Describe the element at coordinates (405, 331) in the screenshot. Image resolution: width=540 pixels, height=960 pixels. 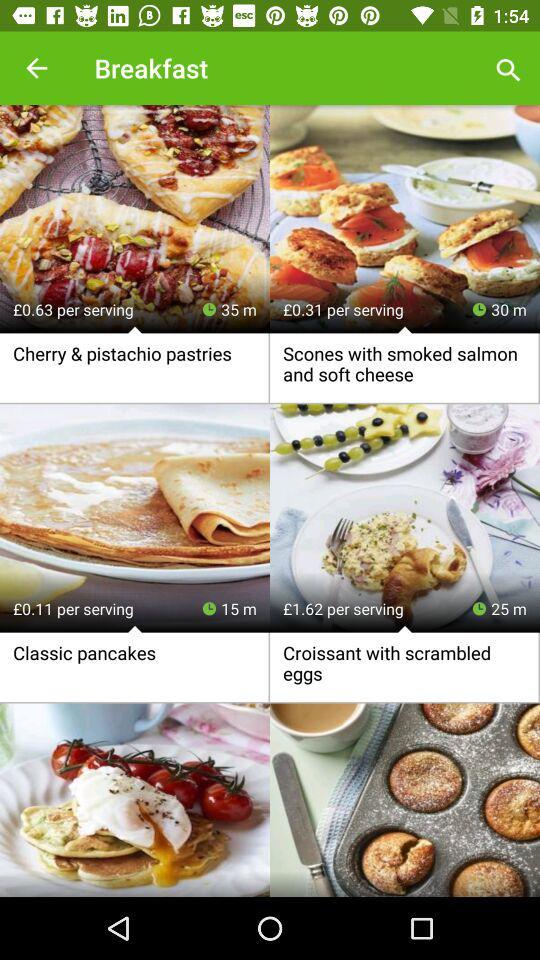
I see `the up scroll icon in the 30m image` at that location.